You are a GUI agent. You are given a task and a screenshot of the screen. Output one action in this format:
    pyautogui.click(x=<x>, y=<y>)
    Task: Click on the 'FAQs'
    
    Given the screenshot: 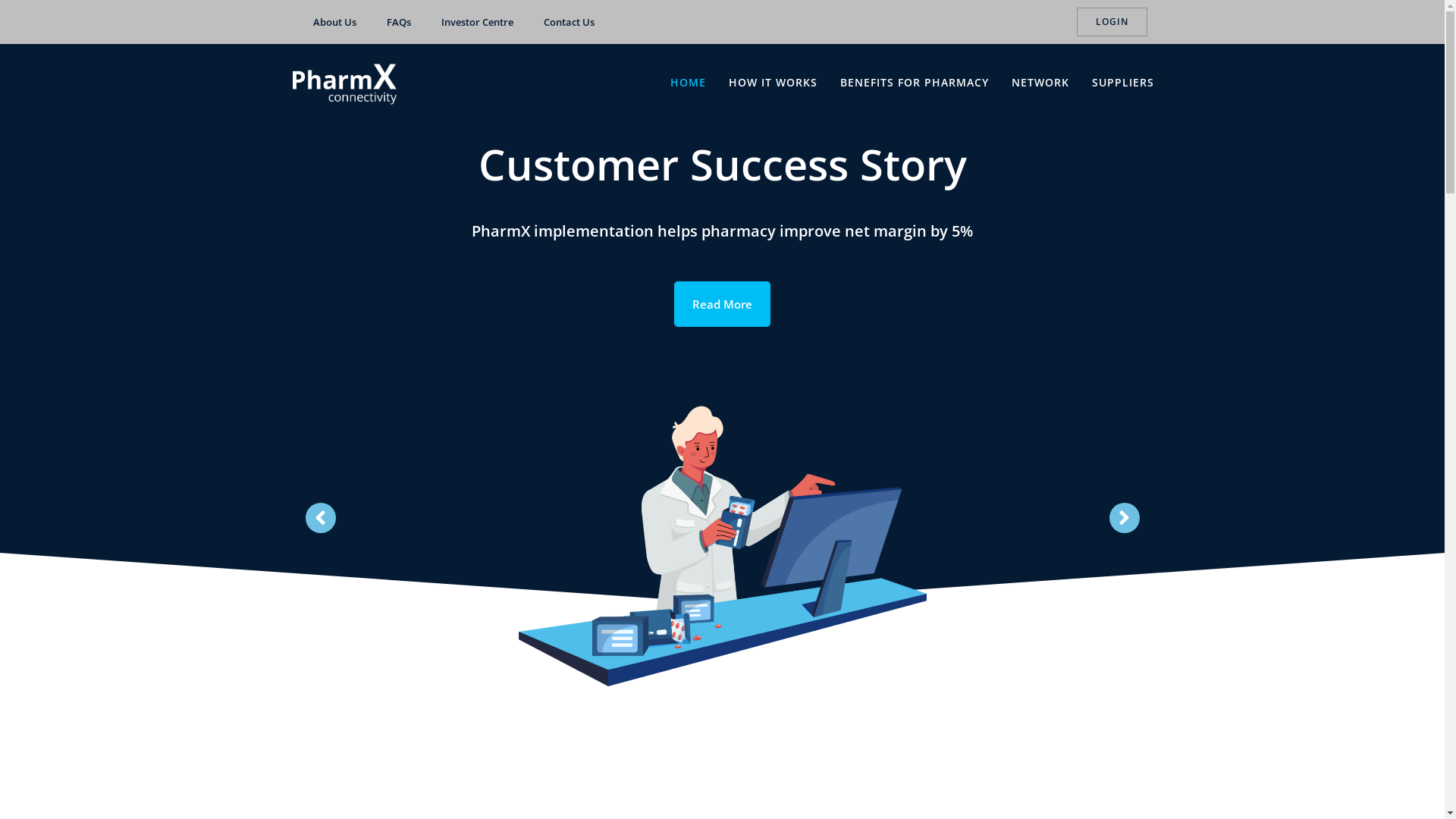 What is the action you would take?
    pyautogui.click(x=371, y=22)
    